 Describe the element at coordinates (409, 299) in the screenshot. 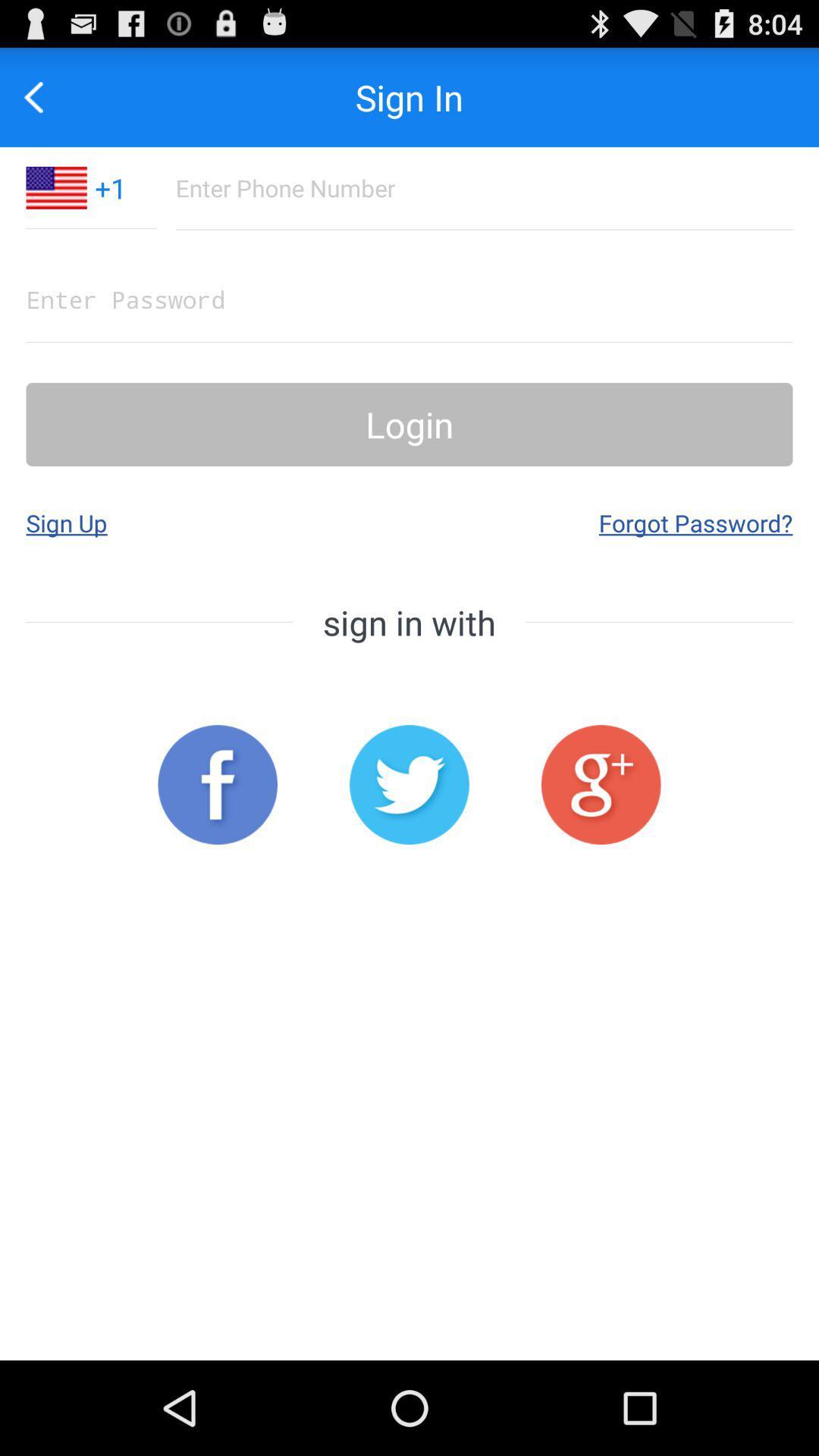

I see `the password` at that location.